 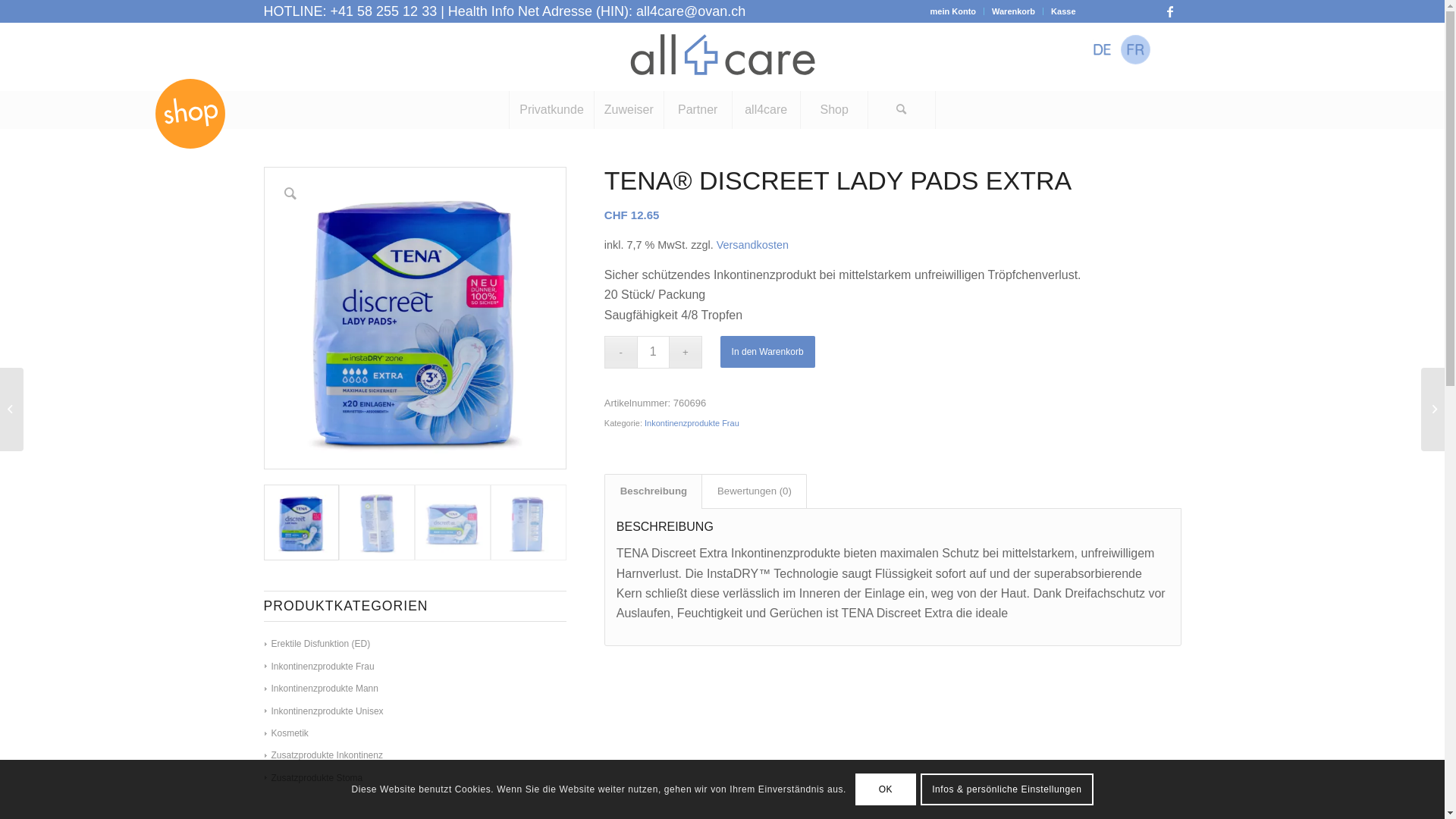 What do you see at coordinates (1050, 11) in the screenshot?
I see `'Kasse'` at bounding box center [1050, 11].